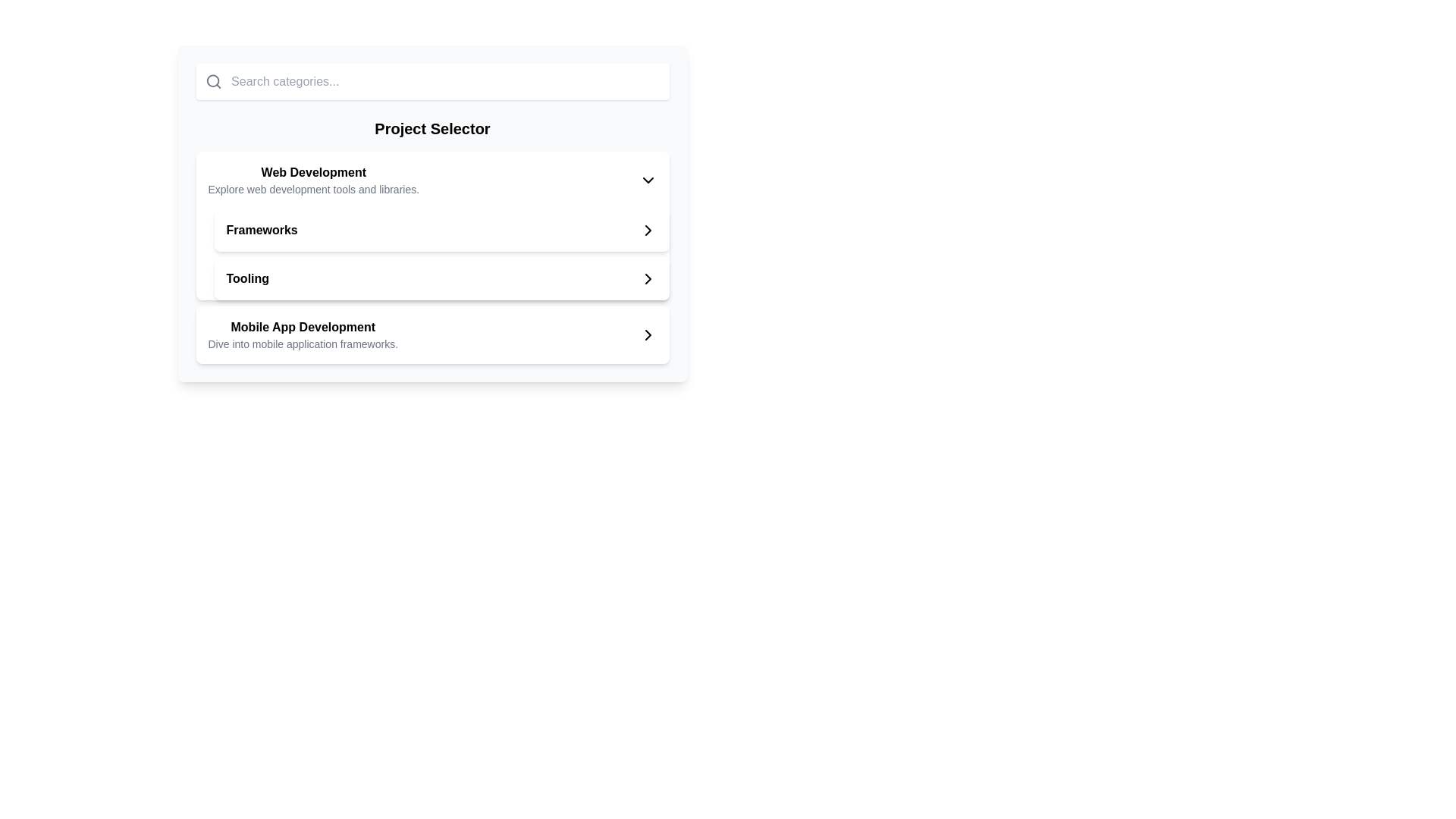 Image resolution: width=1456 pixels, height=819 pixels. What do you see at coordinates (431, 180) in the screenshot?
I see `the first item of the collapsible list related to web development by clicking it` at bounding box center [431, 180].